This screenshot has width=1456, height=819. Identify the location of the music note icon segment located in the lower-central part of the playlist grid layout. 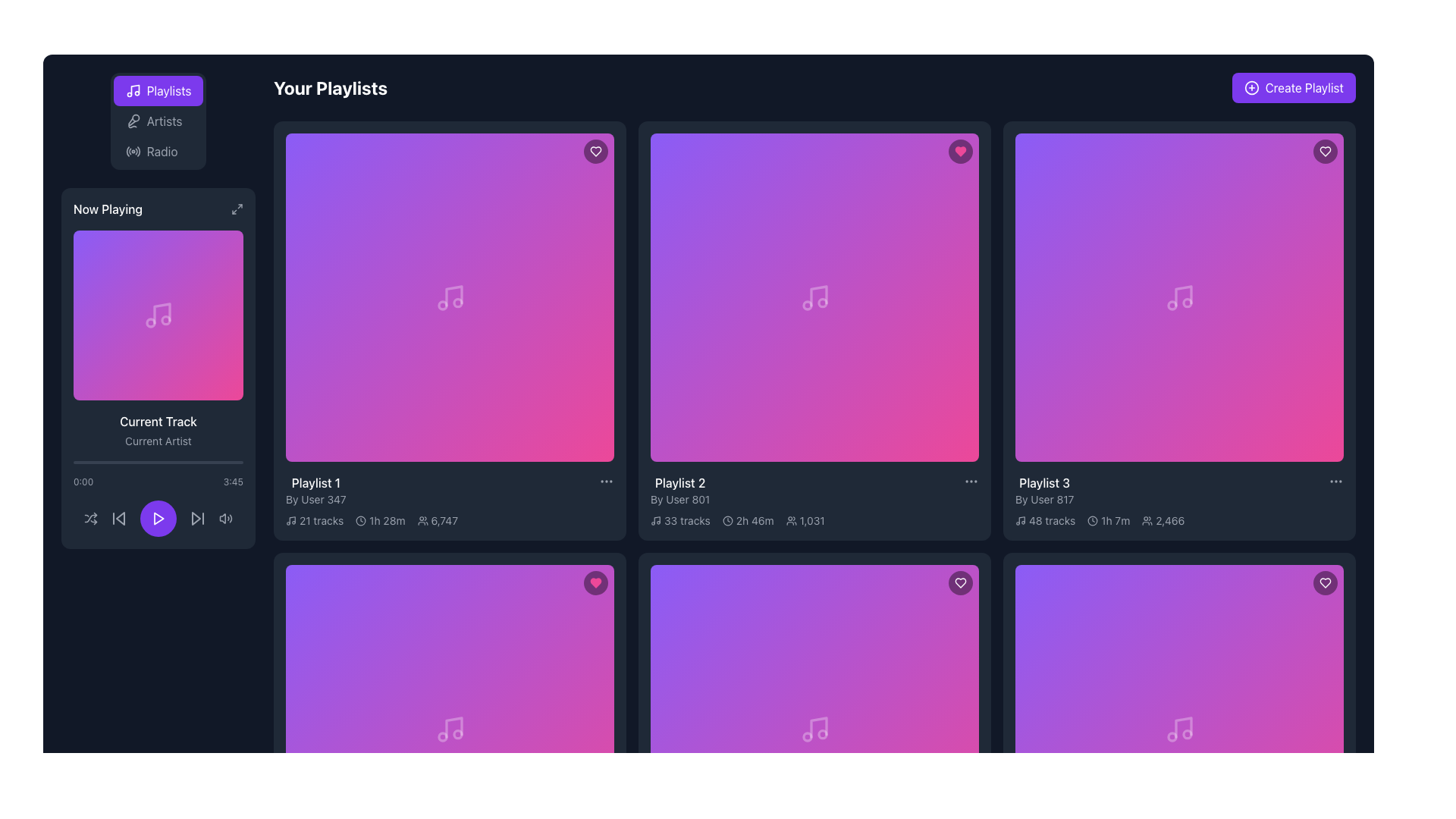
(817, 726).